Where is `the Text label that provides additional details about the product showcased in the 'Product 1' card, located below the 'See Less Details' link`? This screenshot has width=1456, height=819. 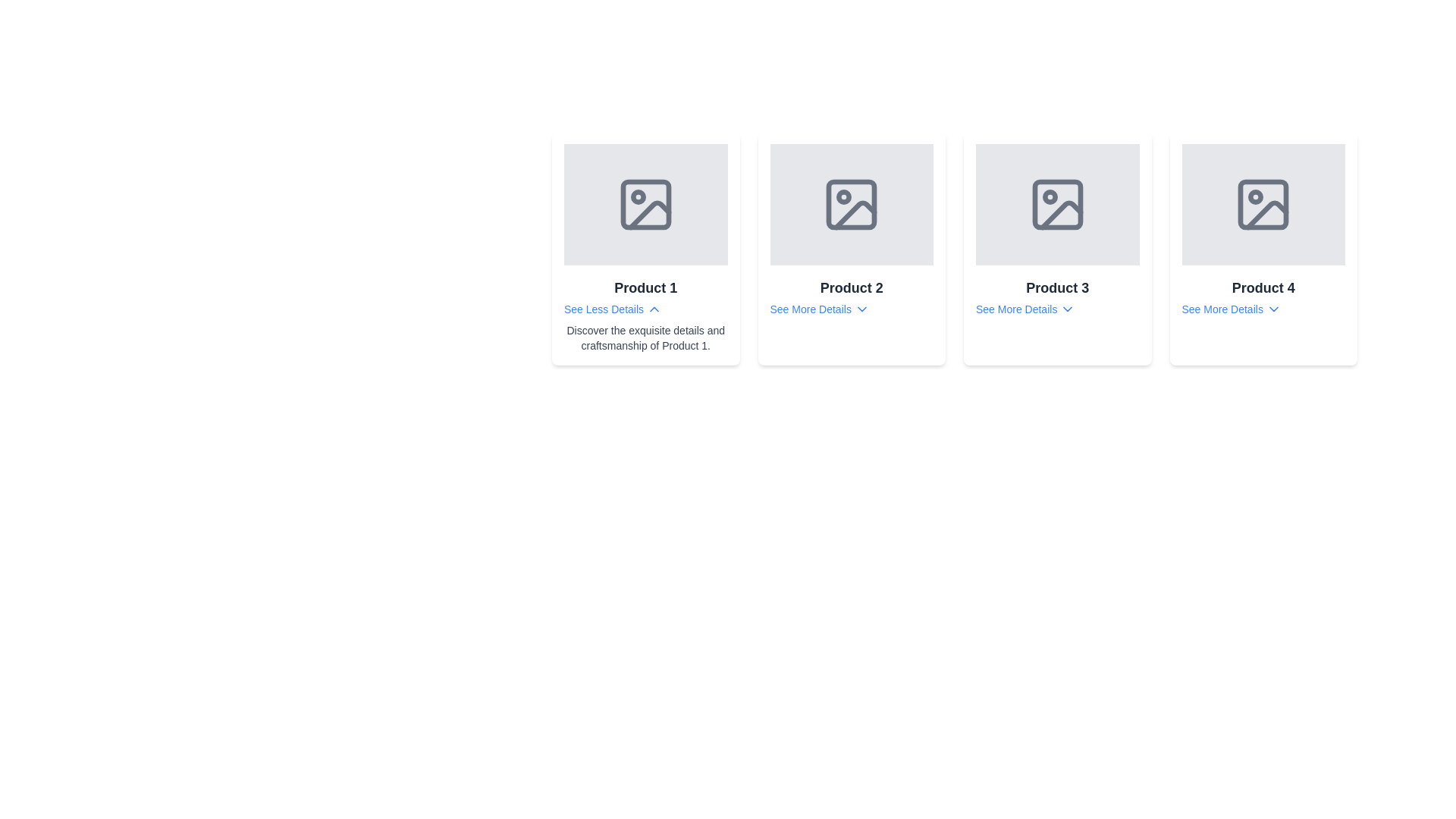 the Text label that provides additional details about the product showcased in the 'Product 1' card, located below the 'See Less Details' link is located at coordinates (645, 337).